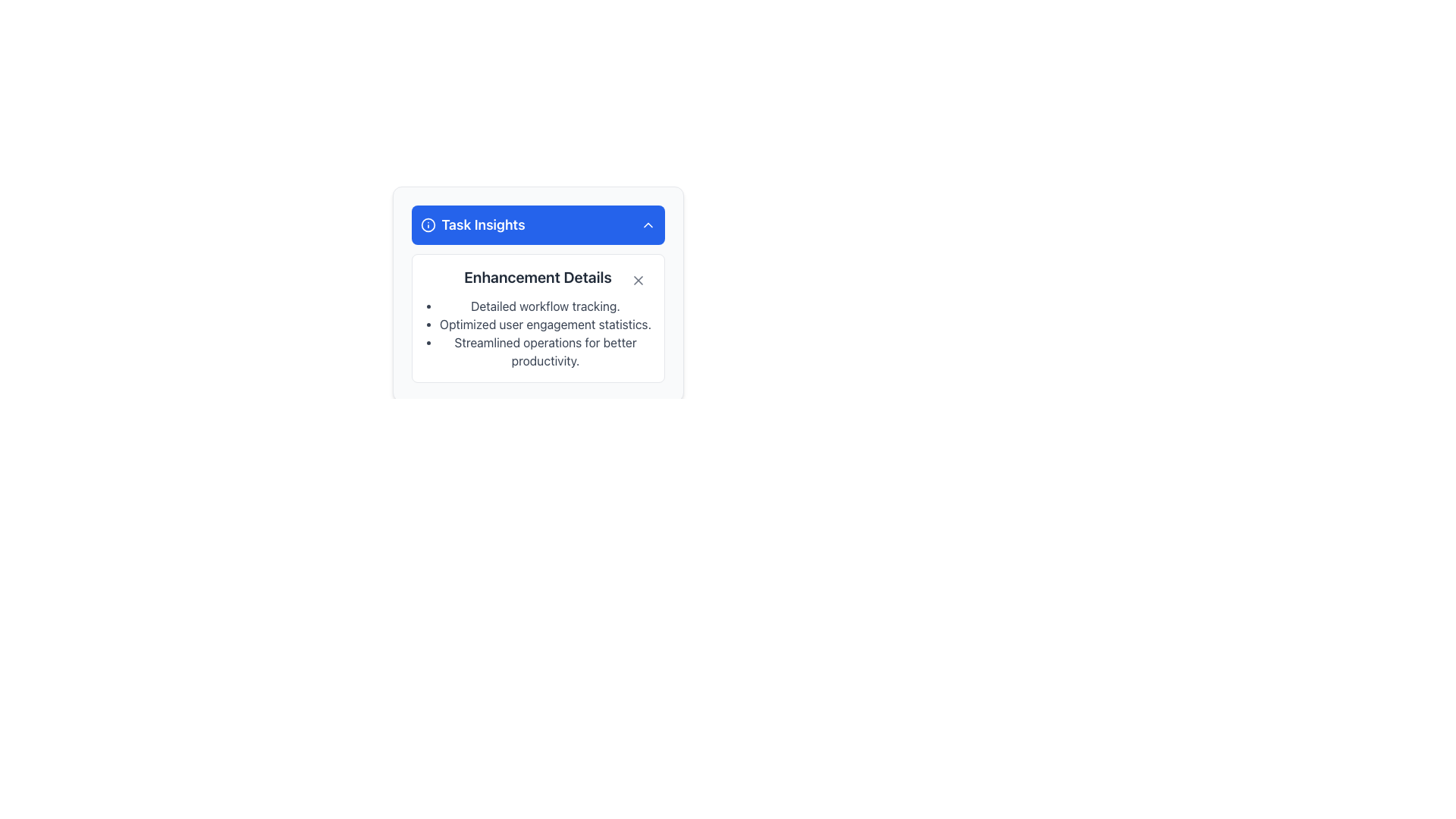 This screenshot has height=819, width=1456. I want to click on the bullet points of the informational display located below the blue header in the 'Task Insights' section, so click(538, 318).